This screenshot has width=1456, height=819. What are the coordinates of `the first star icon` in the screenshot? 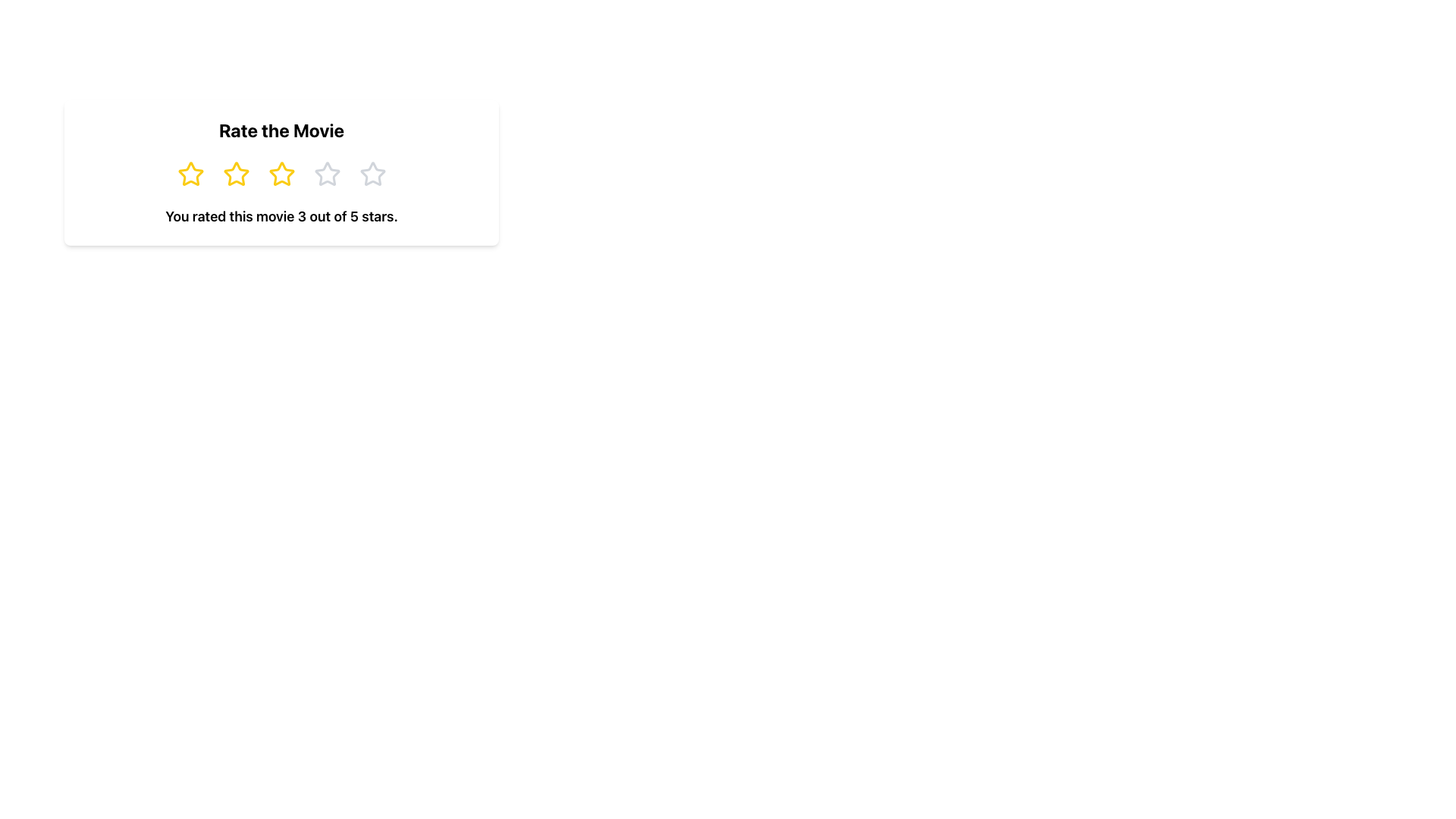 It's located at (190, 173).